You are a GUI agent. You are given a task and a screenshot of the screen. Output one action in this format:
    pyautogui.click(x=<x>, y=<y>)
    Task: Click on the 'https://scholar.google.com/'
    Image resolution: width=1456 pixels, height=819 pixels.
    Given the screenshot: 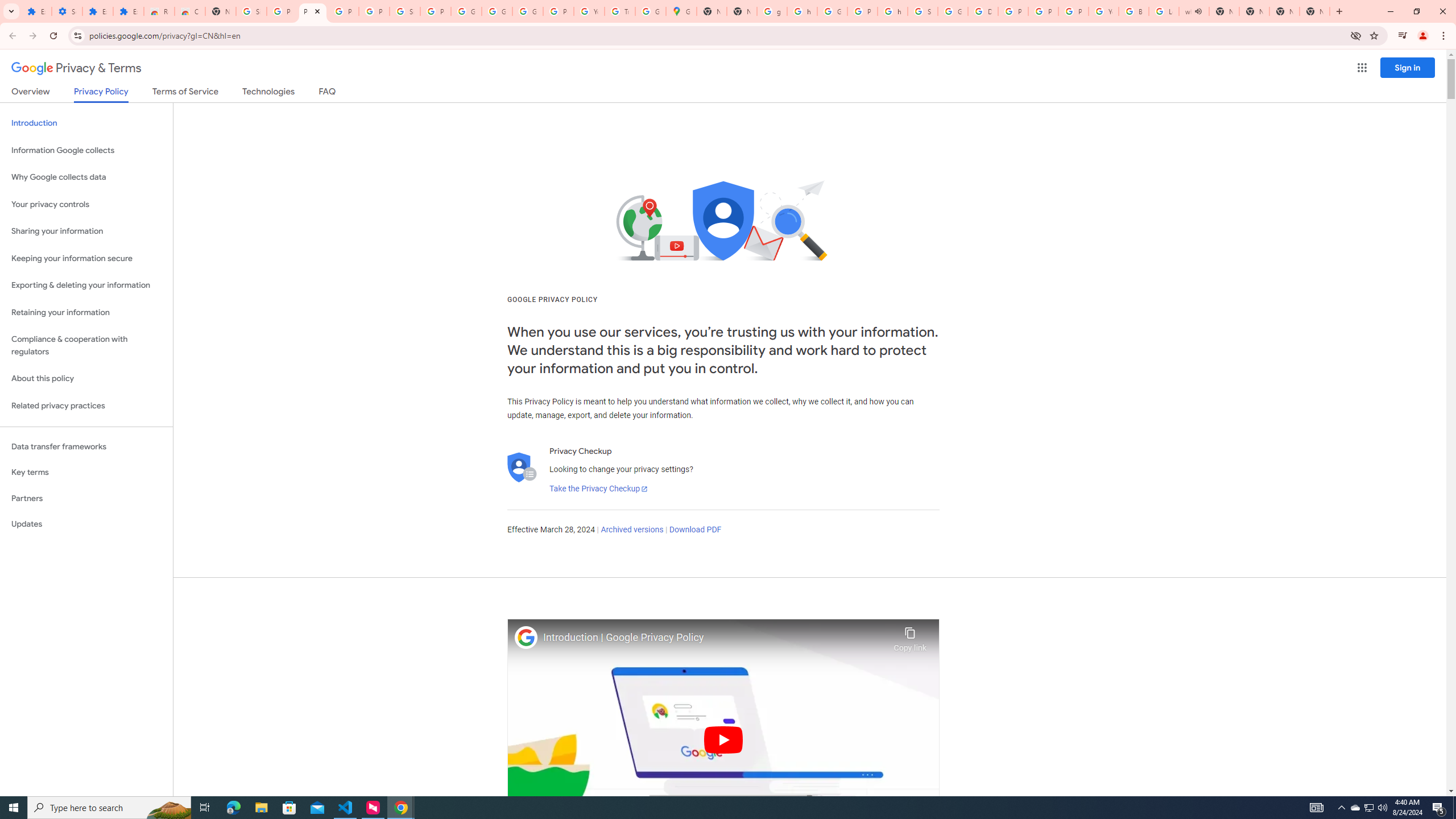 What is the action you would take?
    pyautogui.click(x=802, y=11)
    